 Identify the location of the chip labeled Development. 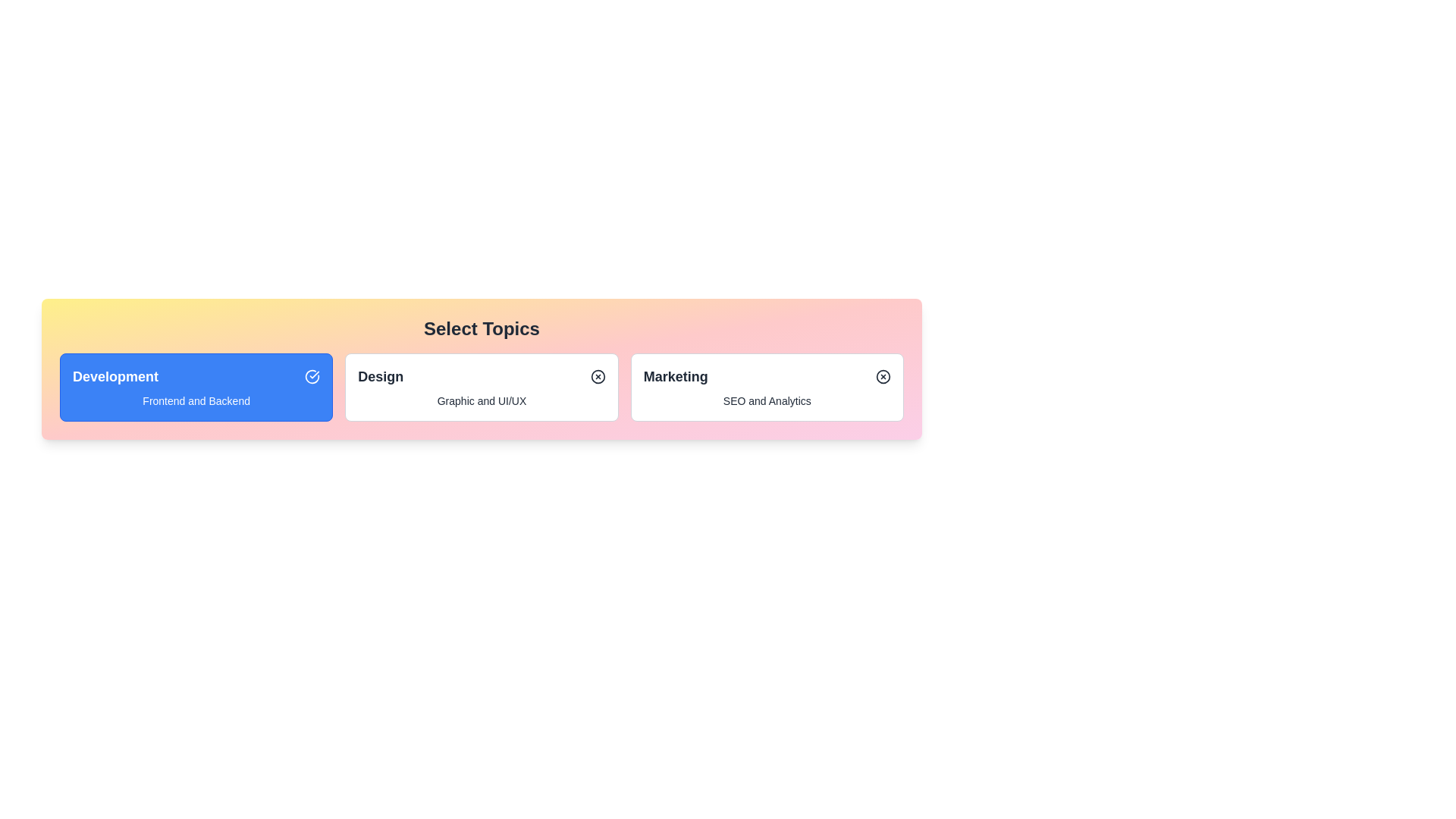
(196, 386).